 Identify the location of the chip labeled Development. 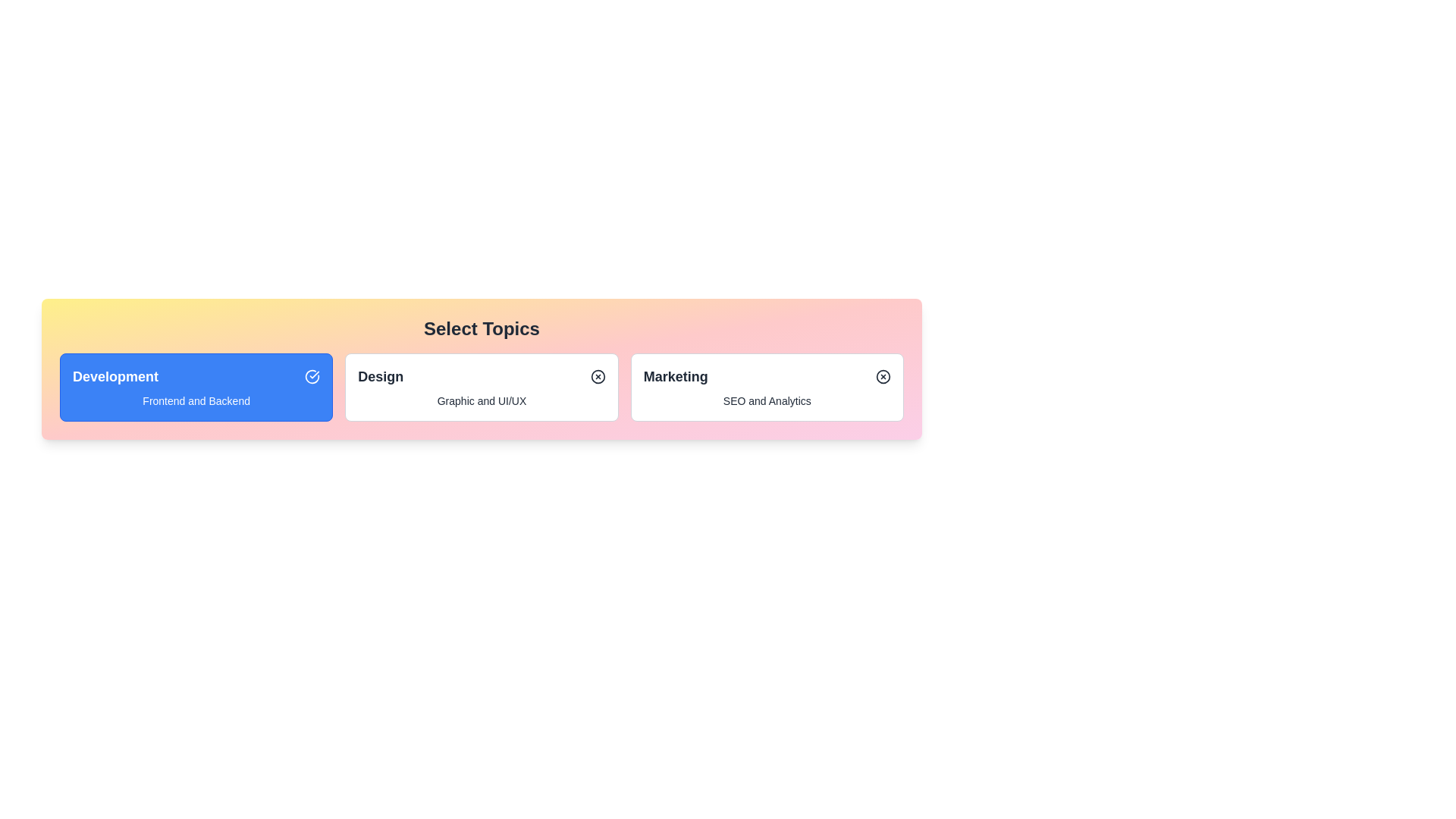
(196, 386).